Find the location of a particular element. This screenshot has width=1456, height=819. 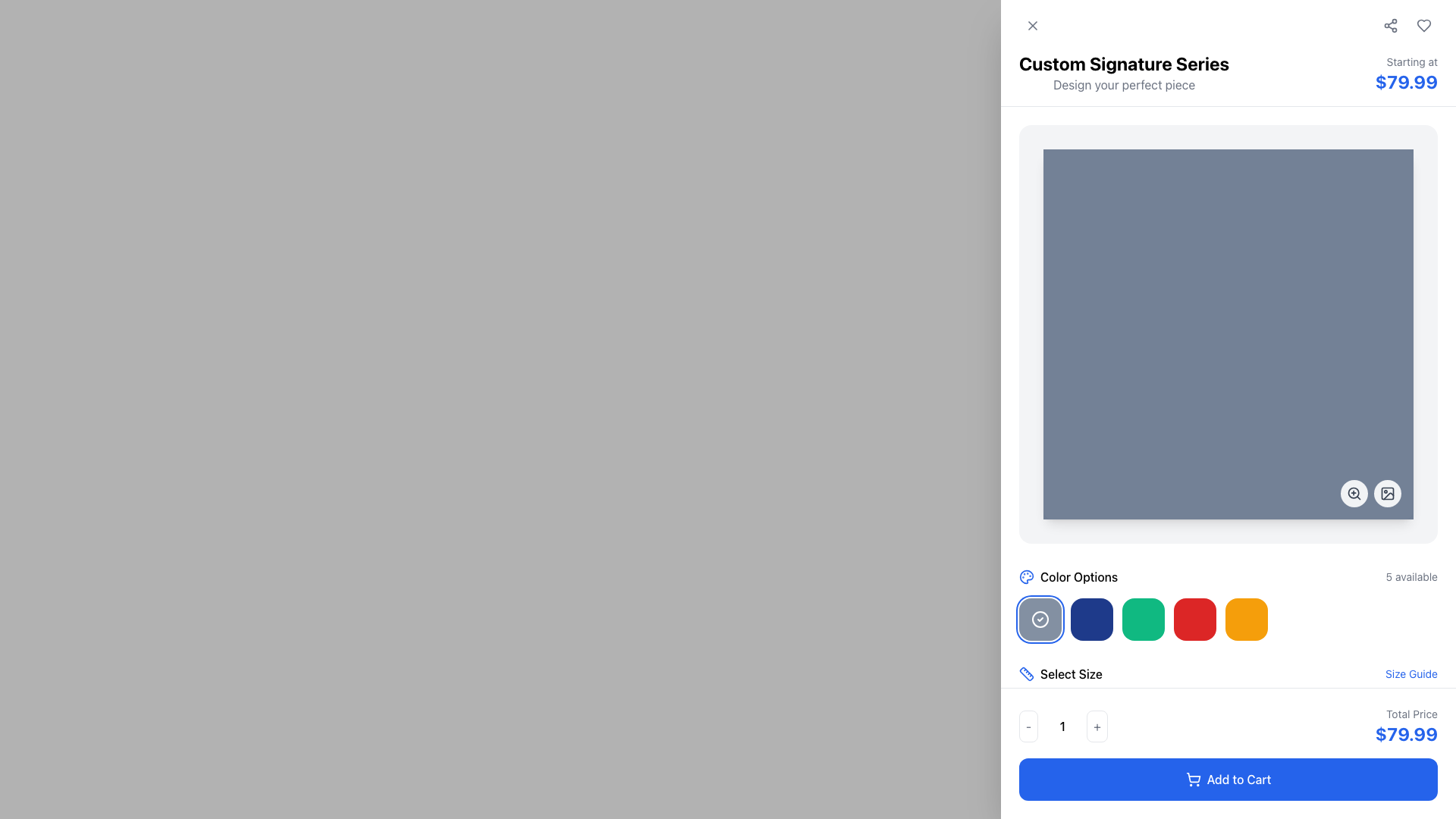

the Share button icon, which is a simple outlined SVG resembling a share symbol with three interconnected dots, located in the top right corner of the interface next to a heart icon is located at coordinates (1390, 26).